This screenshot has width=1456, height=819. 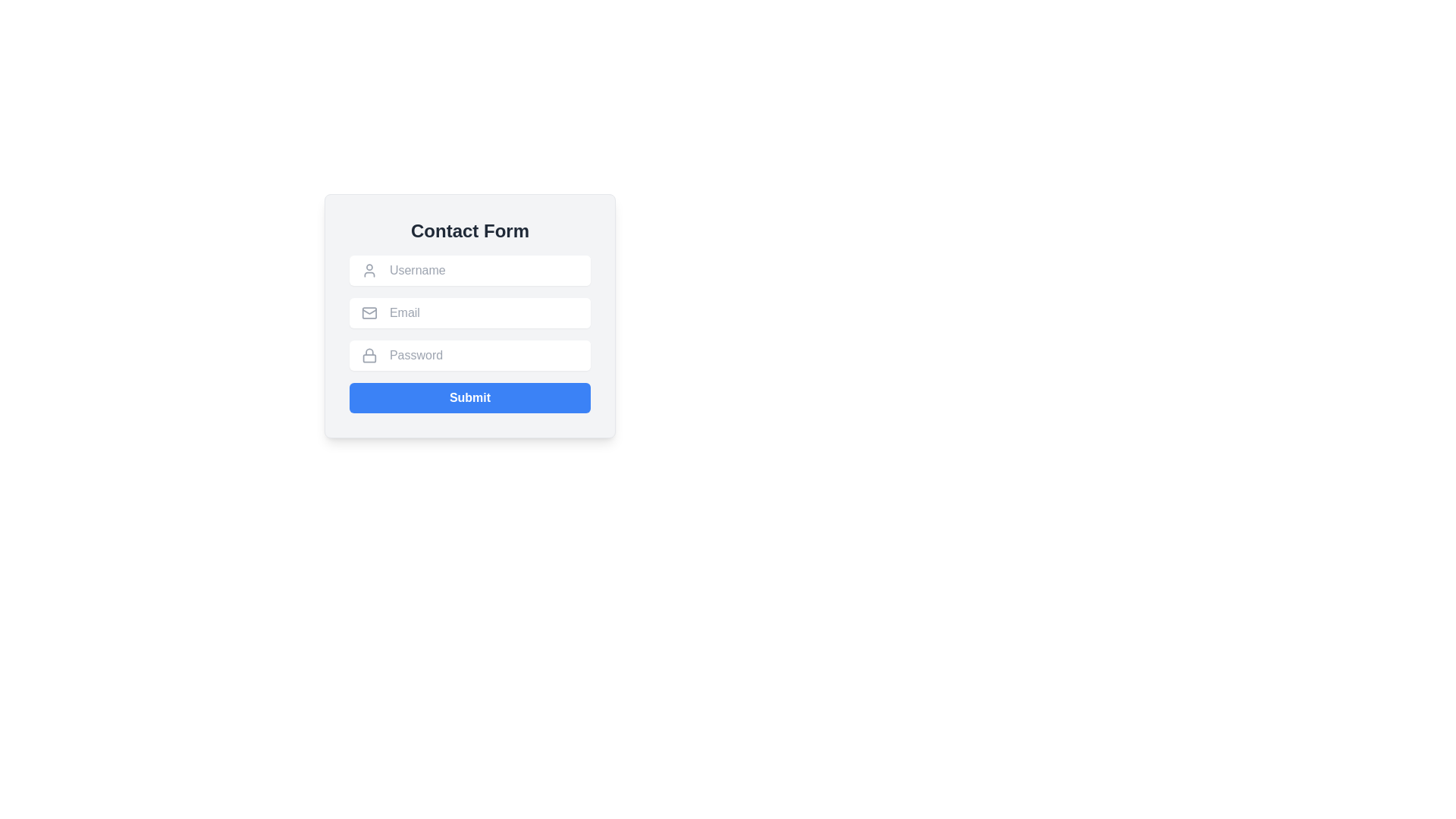 I want to click on the icon that indicates the input field for entering a username, which is located slightly to the left of the username input box, so click(x=369, y=270).